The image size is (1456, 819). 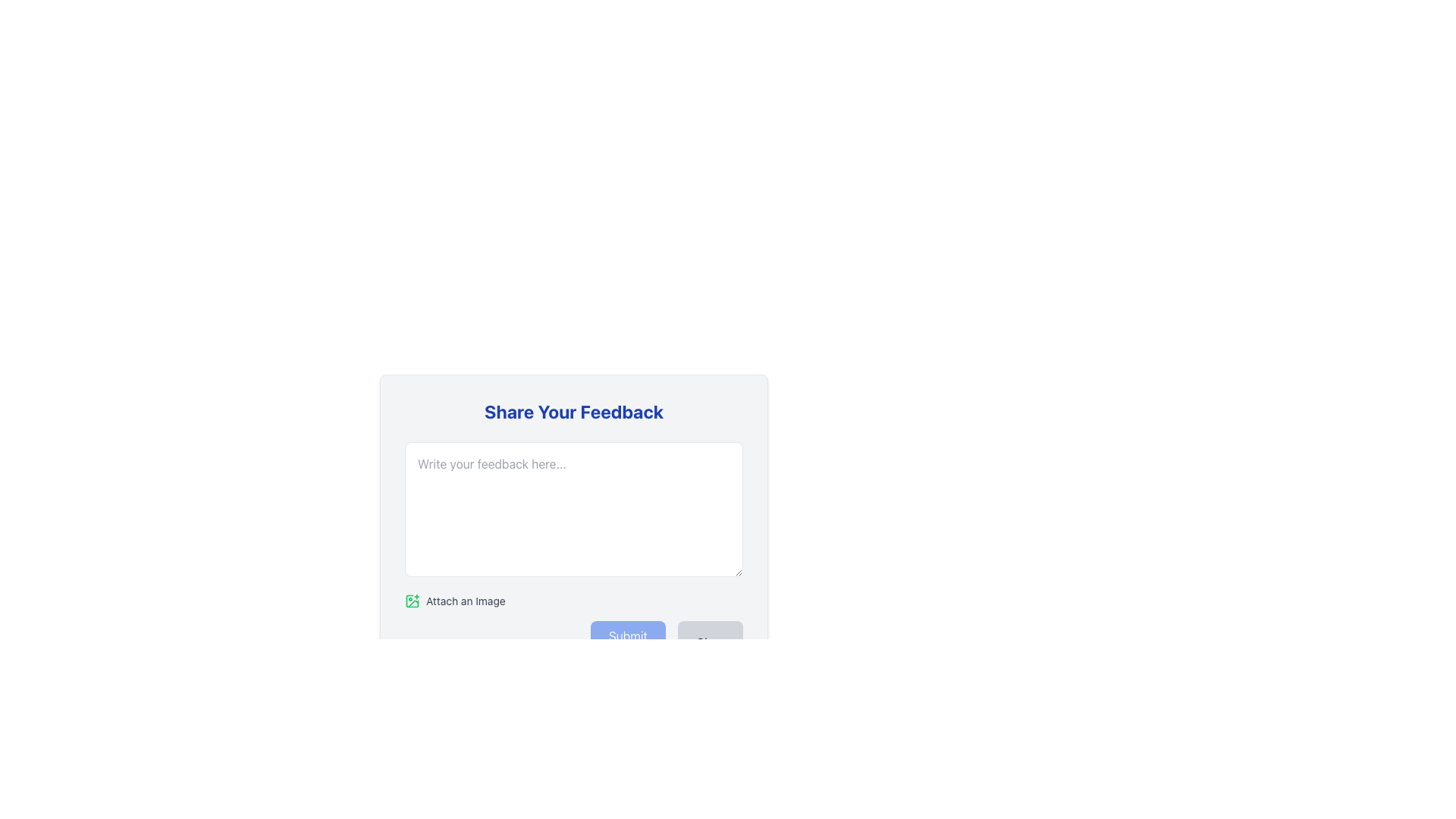 What do you see at coordinates (465, 601) in the screenshot?
I see `the descriptive text label indicating that the user can attach an image, located in the bottom left side of the feedback modal, aligned horizontally with a green icon` at bounding box center [465, 601].